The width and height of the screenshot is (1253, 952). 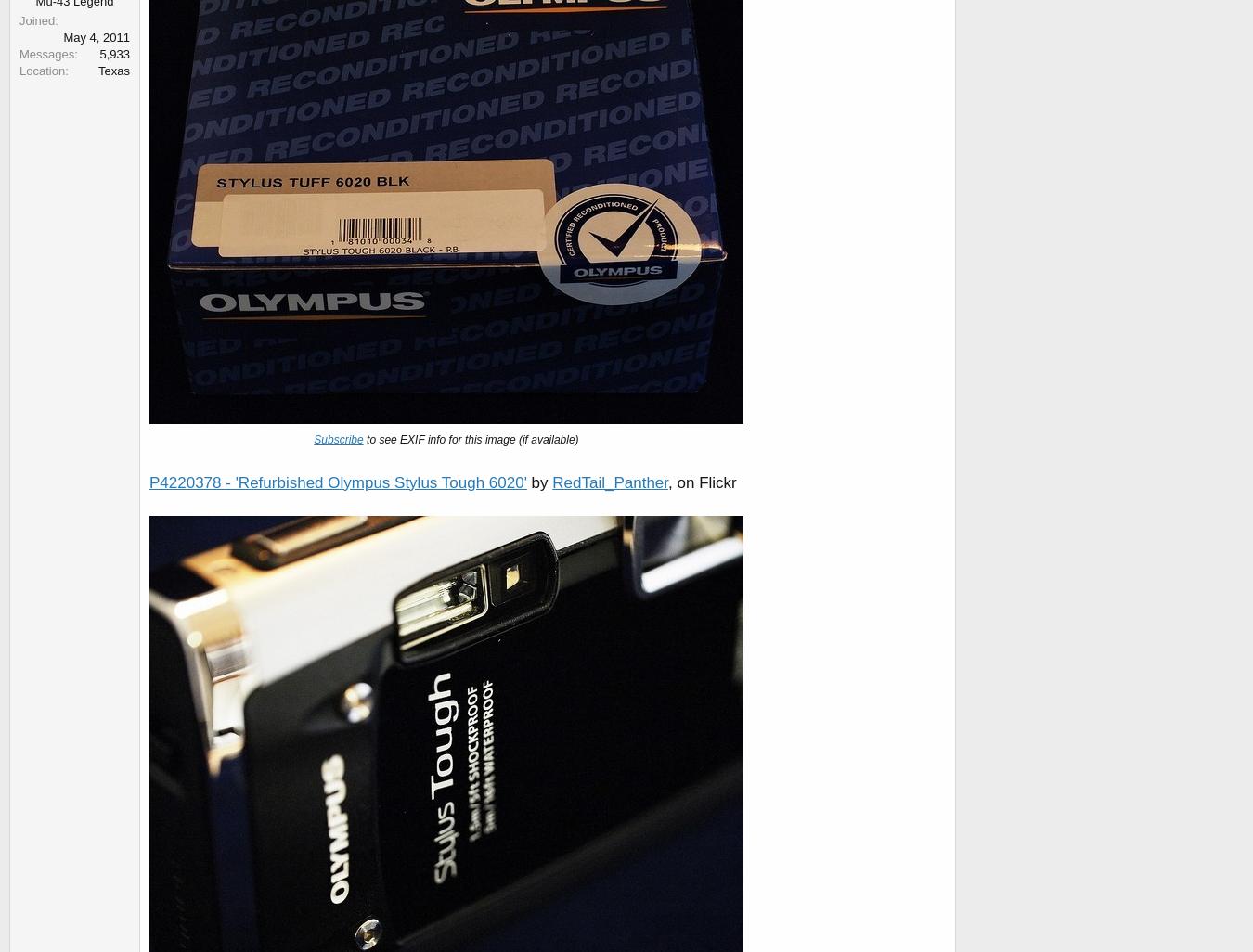 I want to click on 'P4220378 - 'Refurbished Olympus Stylus Tough 6020'', so click(x=337, y=482).